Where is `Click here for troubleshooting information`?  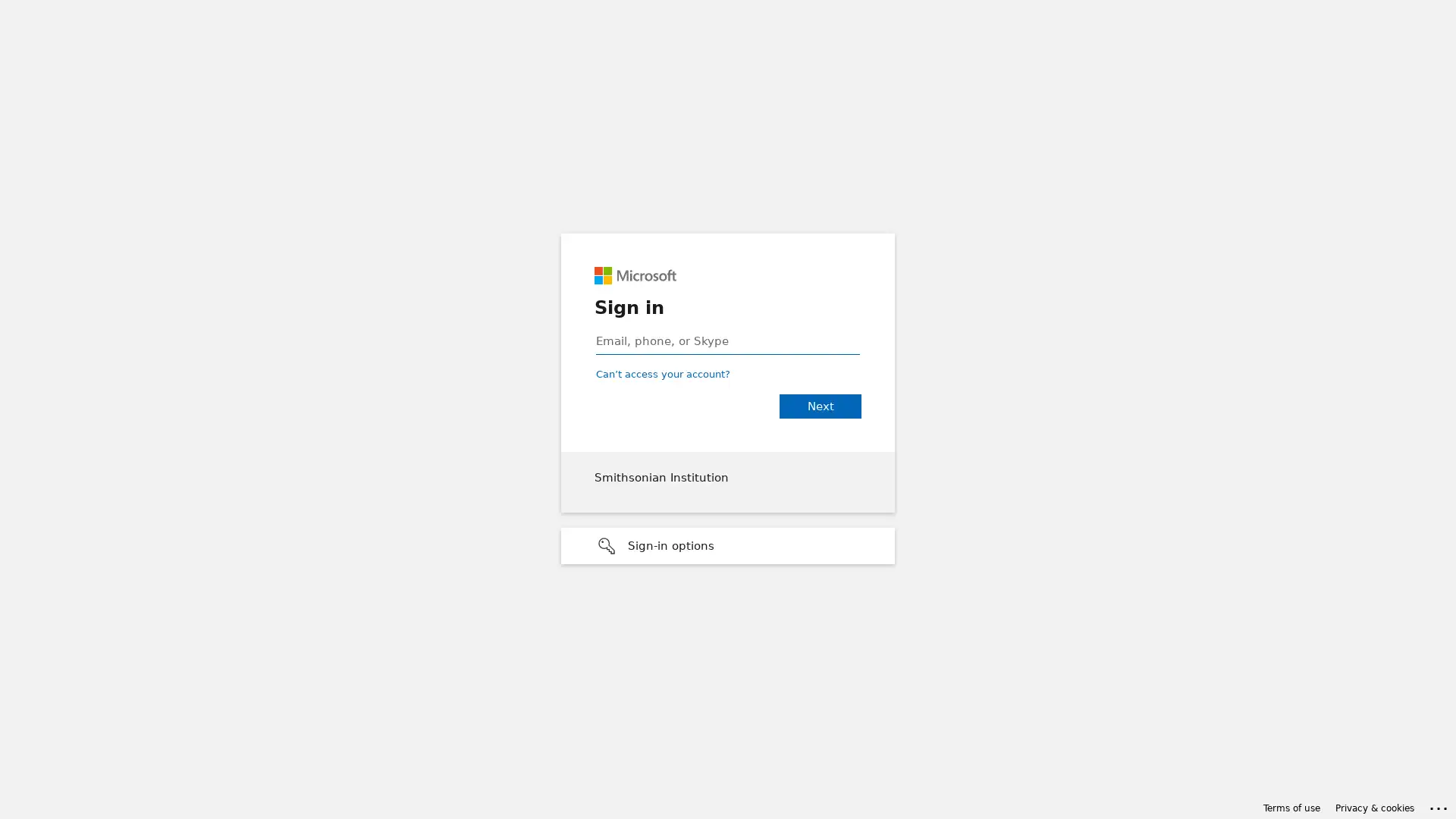
Click here for troubleshooting information is located at coordinates (1439, 805).